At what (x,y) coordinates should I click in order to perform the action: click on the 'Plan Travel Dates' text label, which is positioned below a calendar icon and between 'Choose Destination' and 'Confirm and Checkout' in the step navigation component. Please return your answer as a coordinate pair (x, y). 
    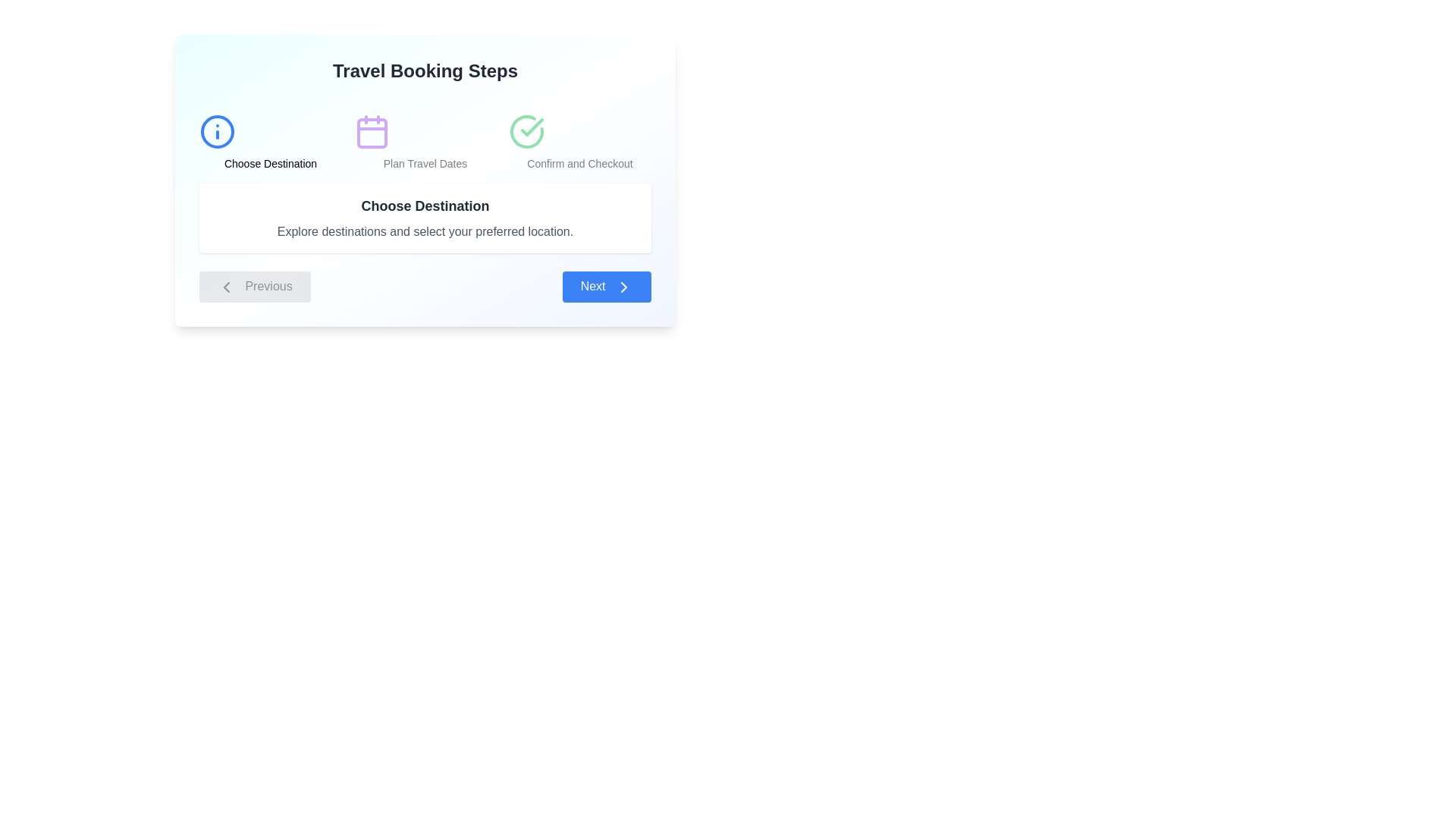
    Looking at the image, I should click on (425, 164).